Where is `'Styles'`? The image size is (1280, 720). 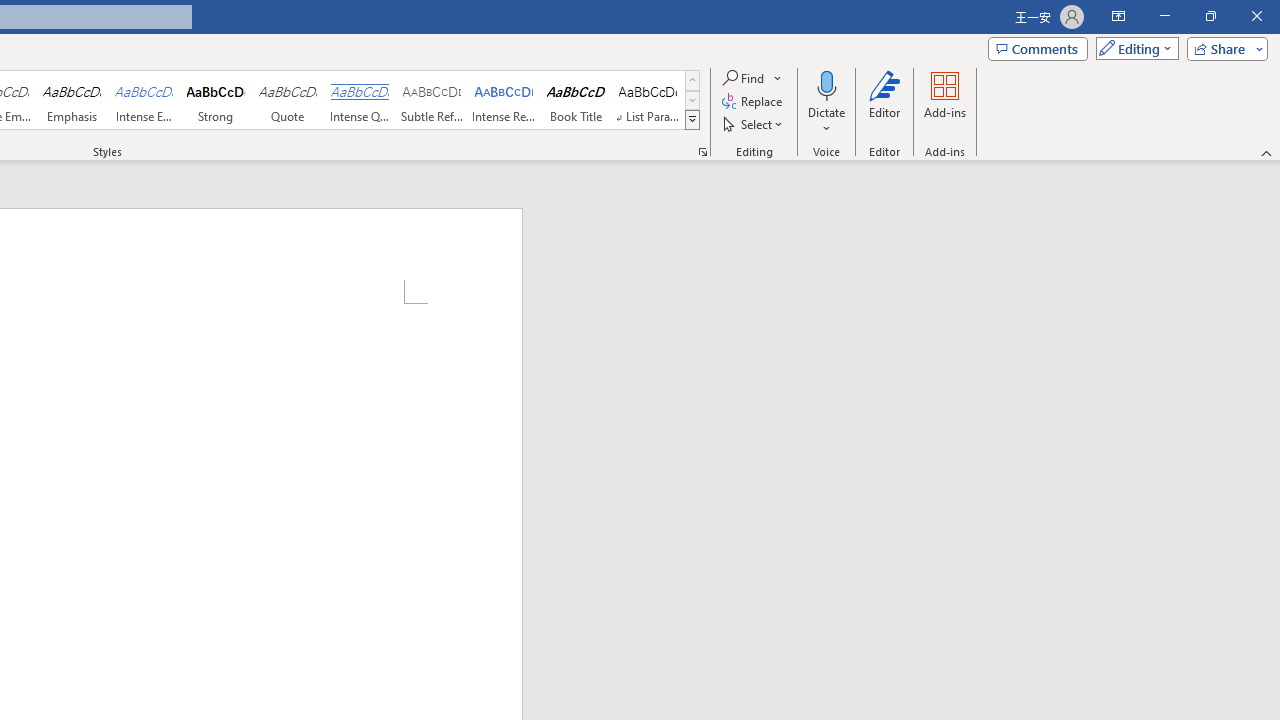
'Styles' is located at coordinates (692, 120).